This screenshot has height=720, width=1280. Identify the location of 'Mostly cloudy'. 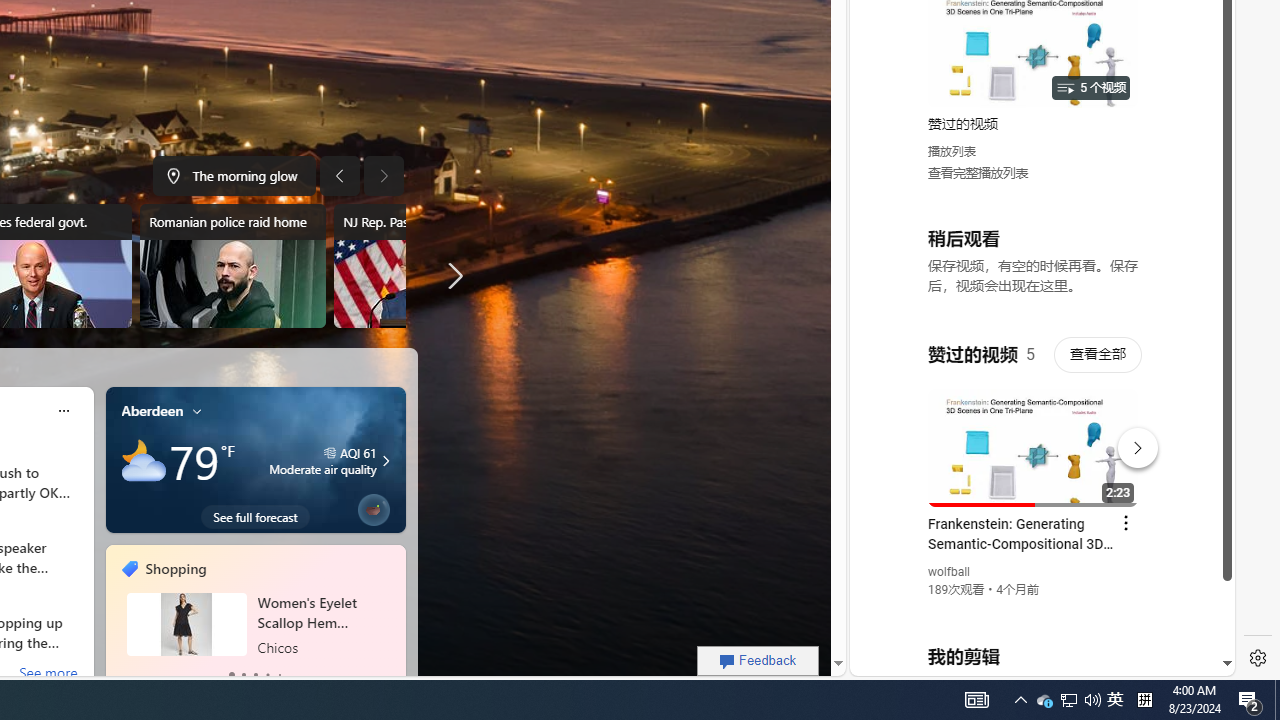
(143, 461).